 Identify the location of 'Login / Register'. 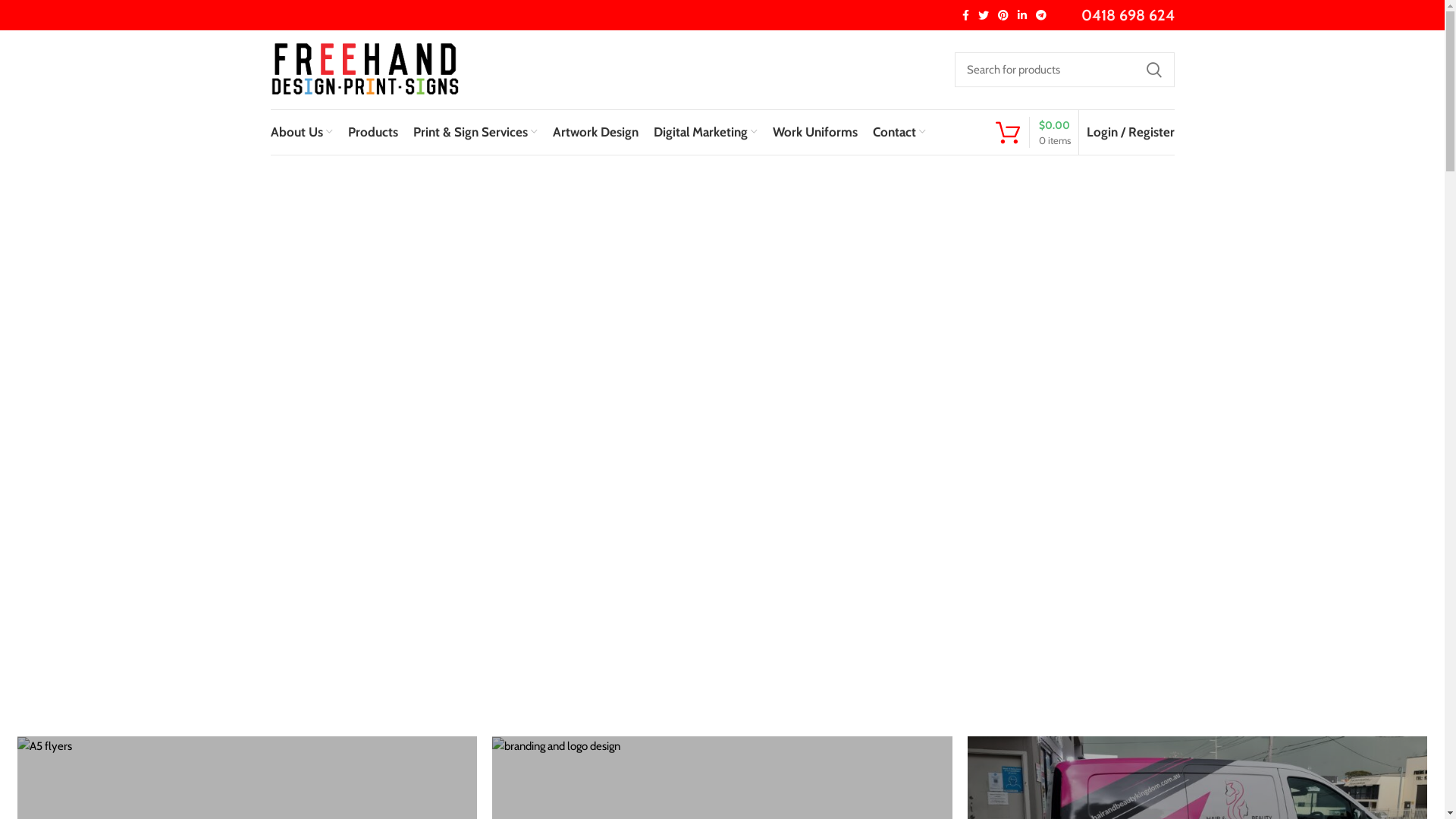
(1129, 130).